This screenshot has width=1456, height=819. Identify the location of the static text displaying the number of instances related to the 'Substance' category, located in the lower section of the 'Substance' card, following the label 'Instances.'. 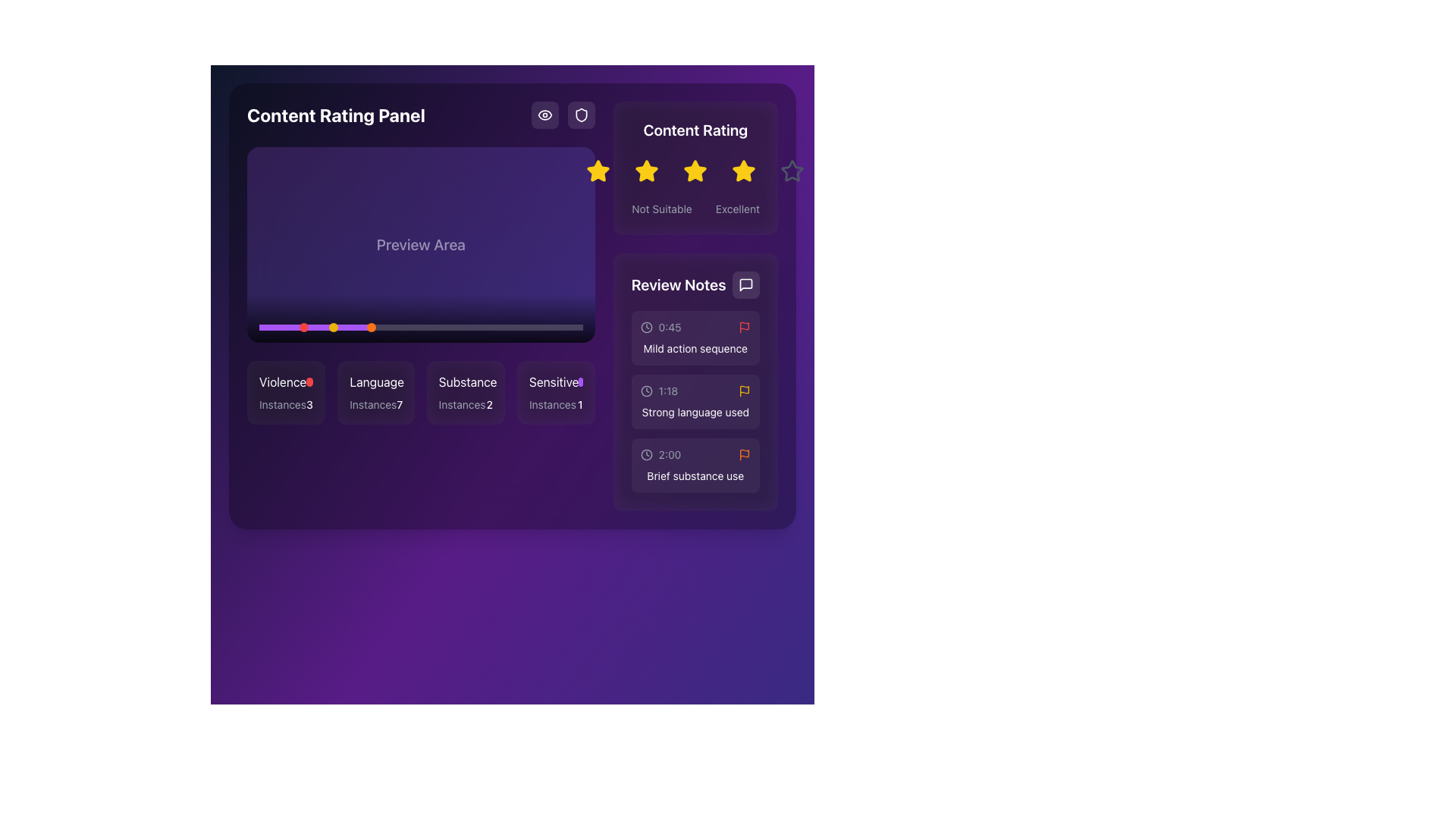
(489, 403).